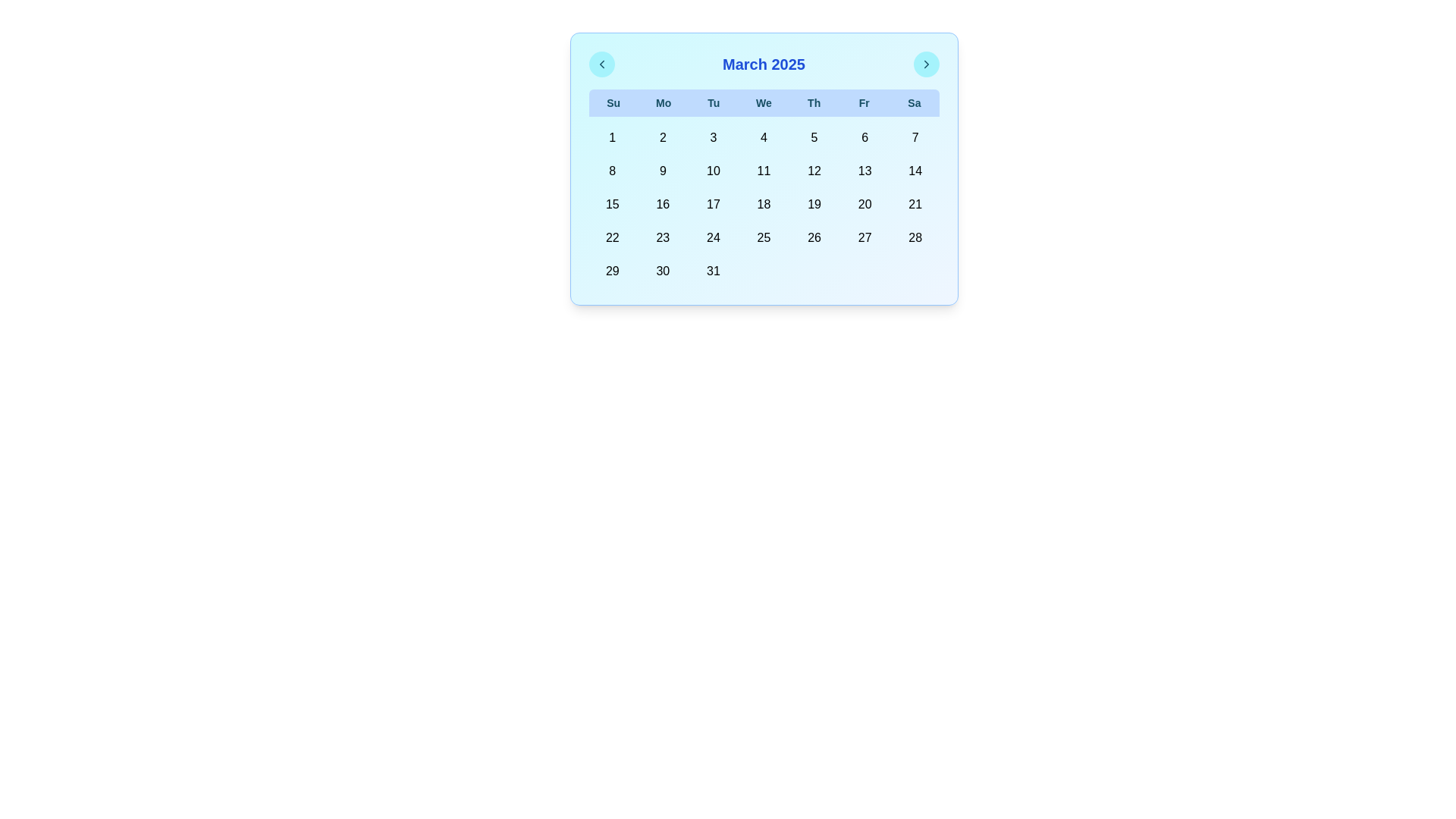 This screenshot has width=1456, height=819. What do you see at coordinates (764, 169) in the screenshot?
I see `a date in the Calendar component, which displays 'March 2025' at the top and has a grid layout for the month's dates` at bounding box center [764, 169].